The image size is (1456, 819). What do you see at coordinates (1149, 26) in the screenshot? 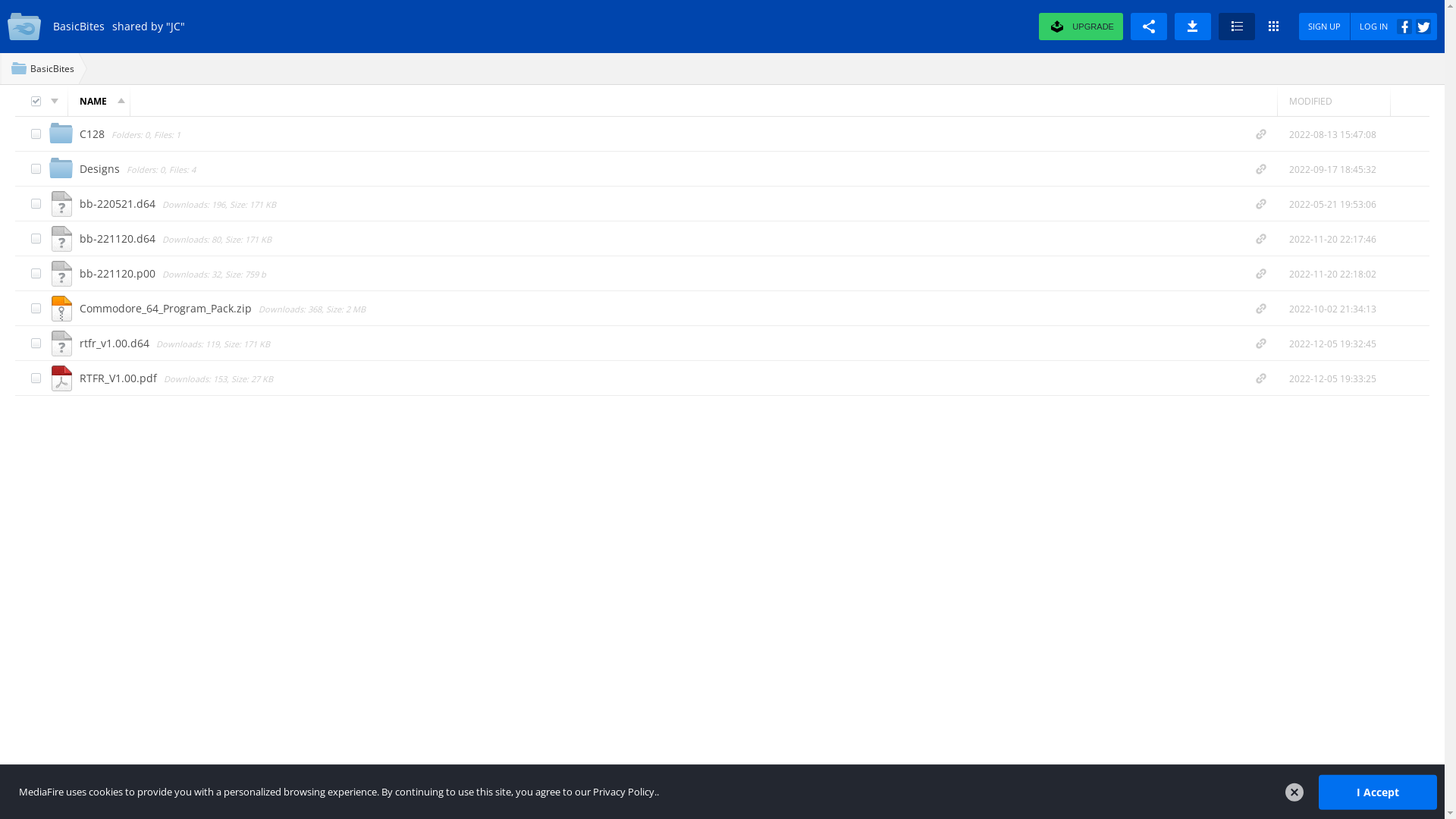
I see `'Share folder'` at bounding box center [1149, 26].